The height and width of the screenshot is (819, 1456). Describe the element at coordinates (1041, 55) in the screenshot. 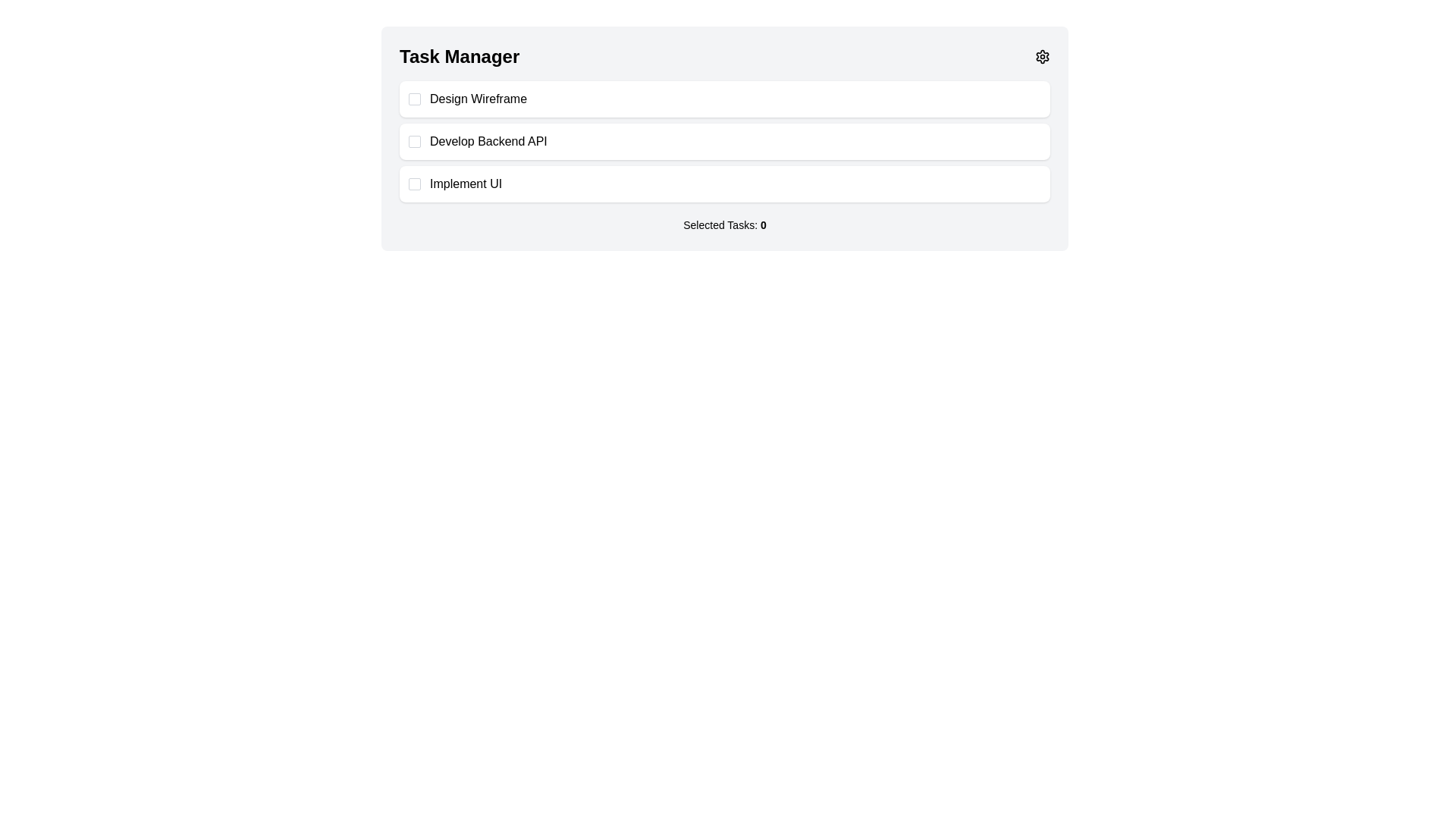

I see `the settings icon located in the top-right corner of the 'Task Manager' section` at that location.